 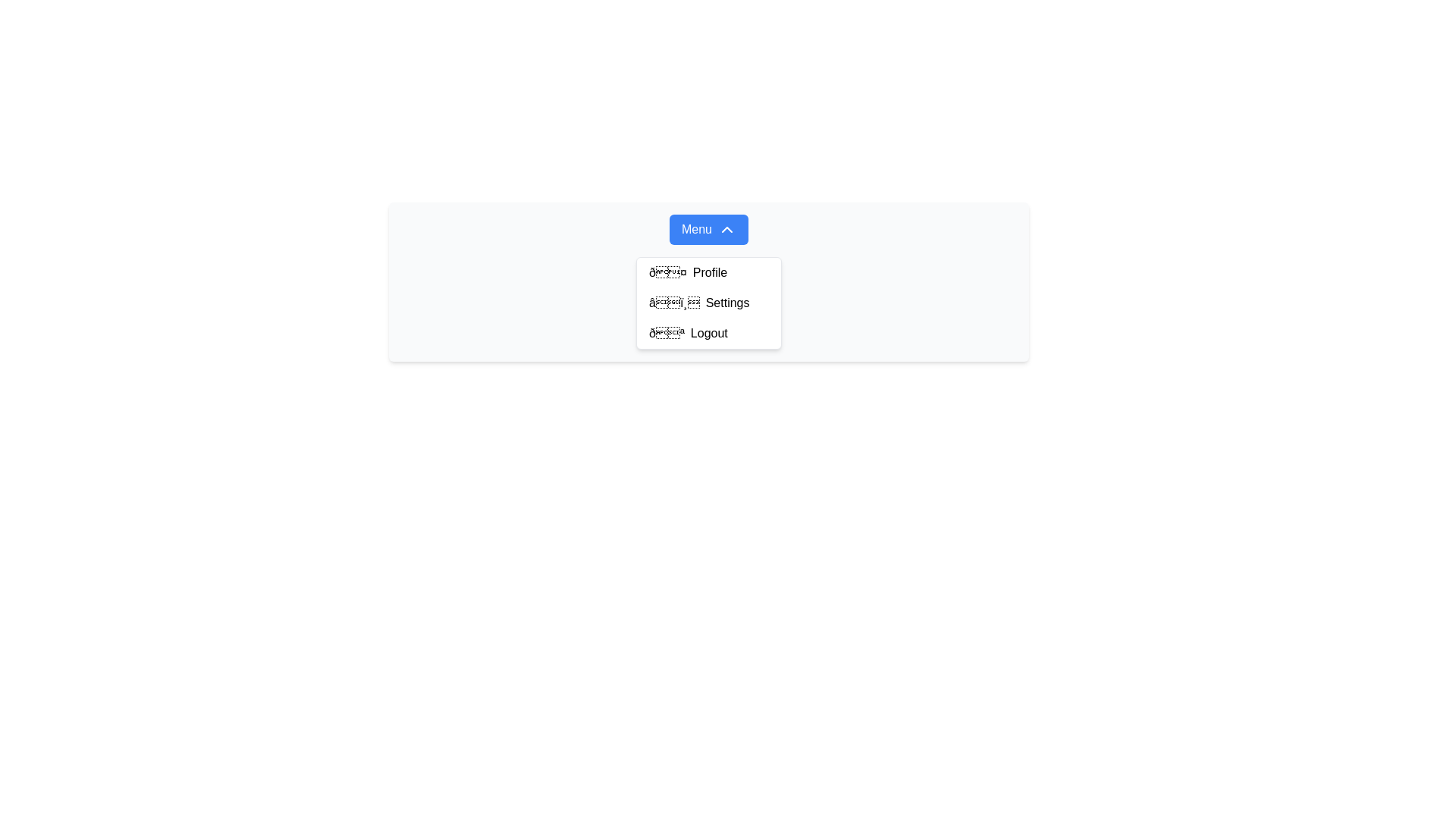 What do you see at coordinates (667, 271) in the screenshot?
I see `the face icon located to the left of the text 'Profile' in the 'Menu' dropdown` at bounding box center [667, 271].